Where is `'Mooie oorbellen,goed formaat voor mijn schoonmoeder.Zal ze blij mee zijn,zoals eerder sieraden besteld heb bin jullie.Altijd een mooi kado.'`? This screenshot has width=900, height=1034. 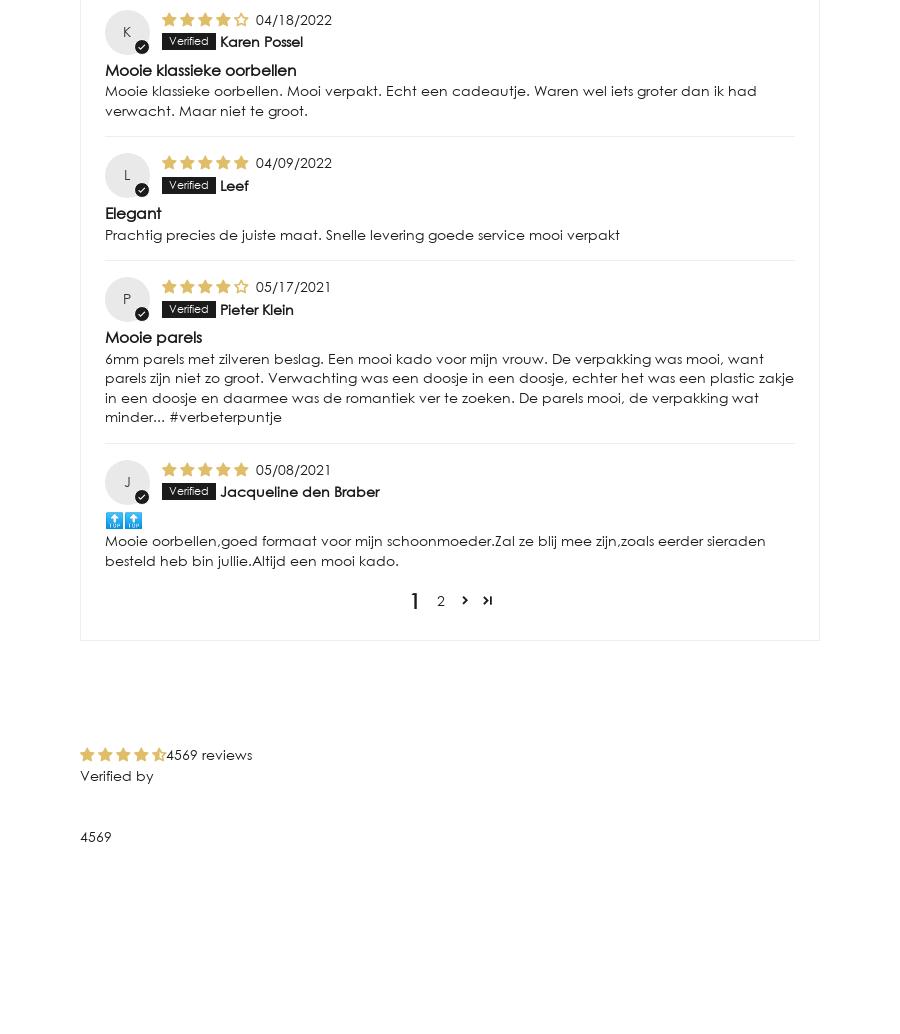
'Mooie oorbellen,goed formaat voor mijn schoonmoeder.Zal ze blij mee zijn,zoals eerder sieraden besteld heb bin jullie.Altijd een mooi kado.' is located at coordinates (435, 549).